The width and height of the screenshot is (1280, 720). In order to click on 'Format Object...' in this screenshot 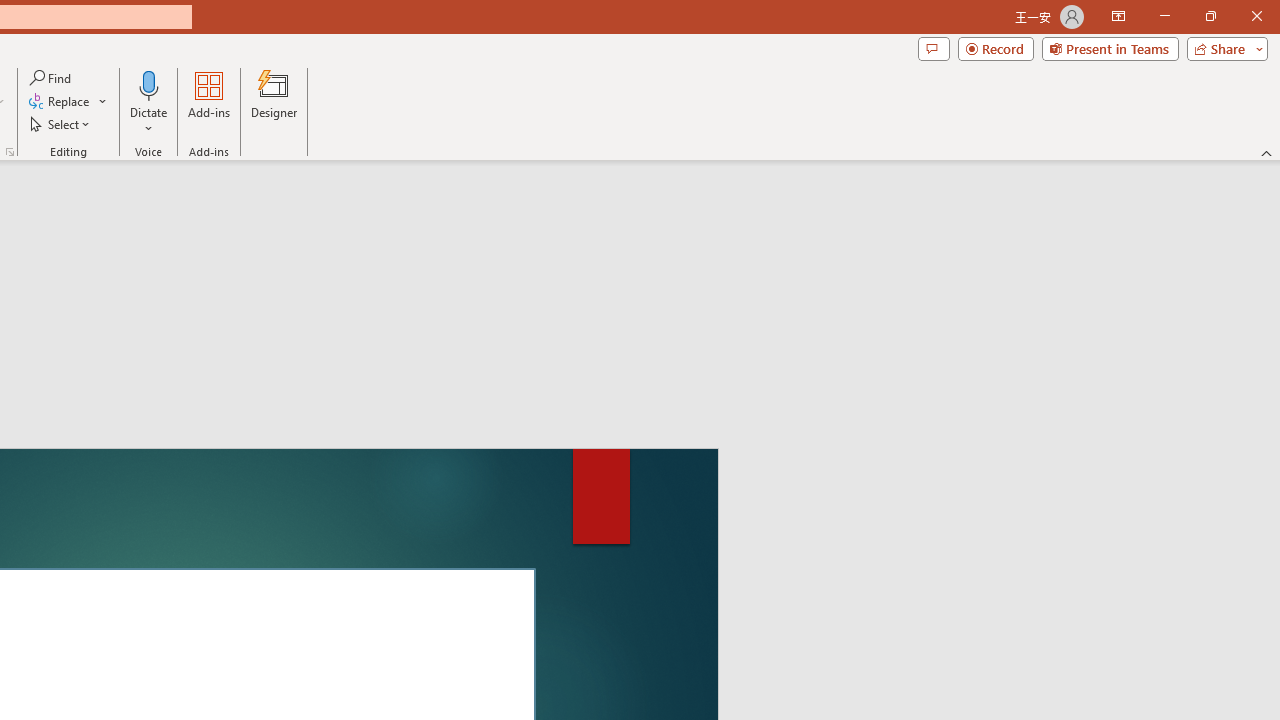, I will do `click(10, 150)`.